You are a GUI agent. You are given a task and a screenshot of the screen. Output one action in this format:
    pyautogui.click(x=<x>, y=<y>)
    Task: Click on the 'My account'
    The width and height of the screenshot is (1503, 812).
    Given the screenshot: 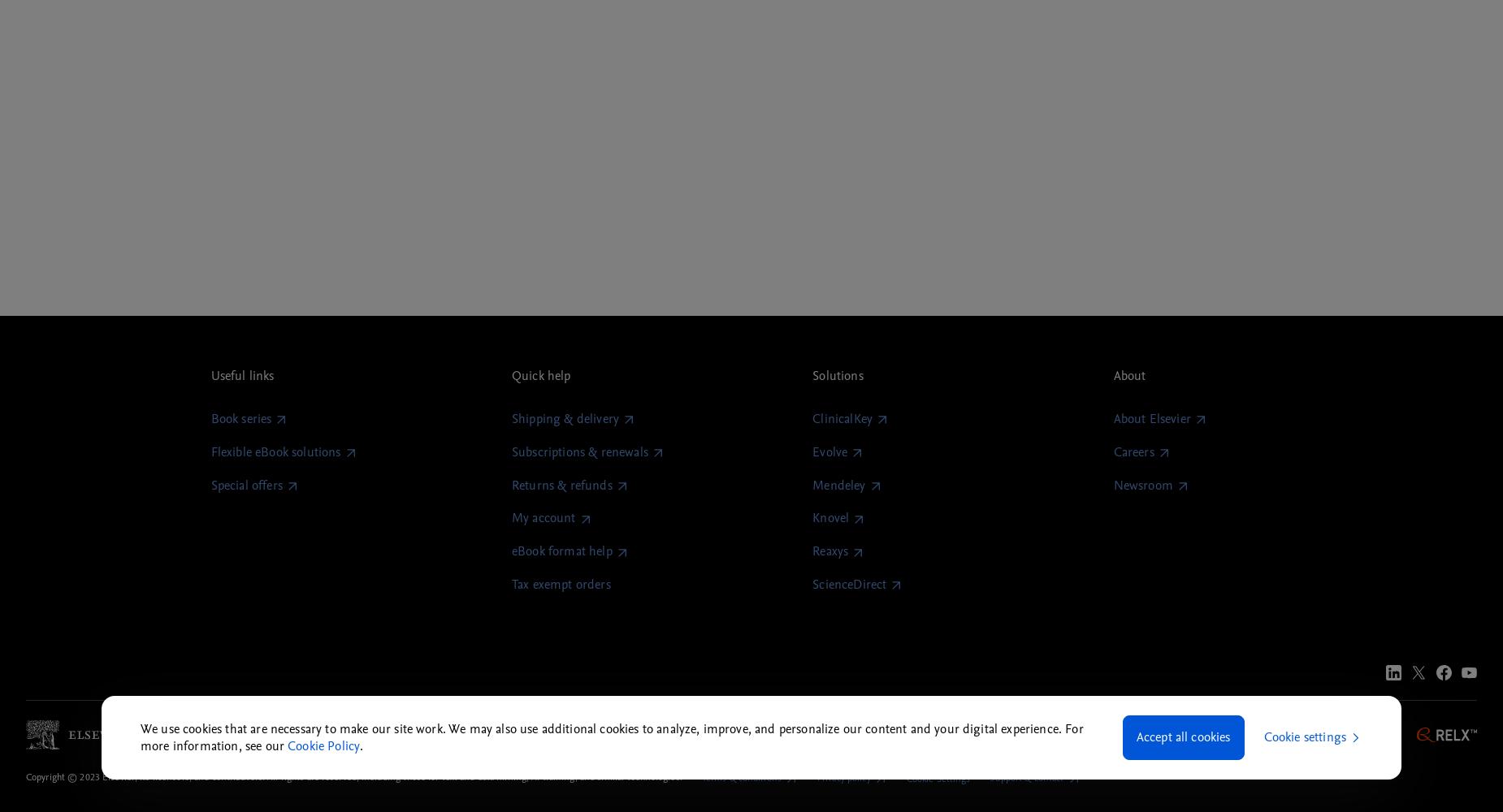 What is the action you would take?
    pyautogui.click(x=543, y=518)
    